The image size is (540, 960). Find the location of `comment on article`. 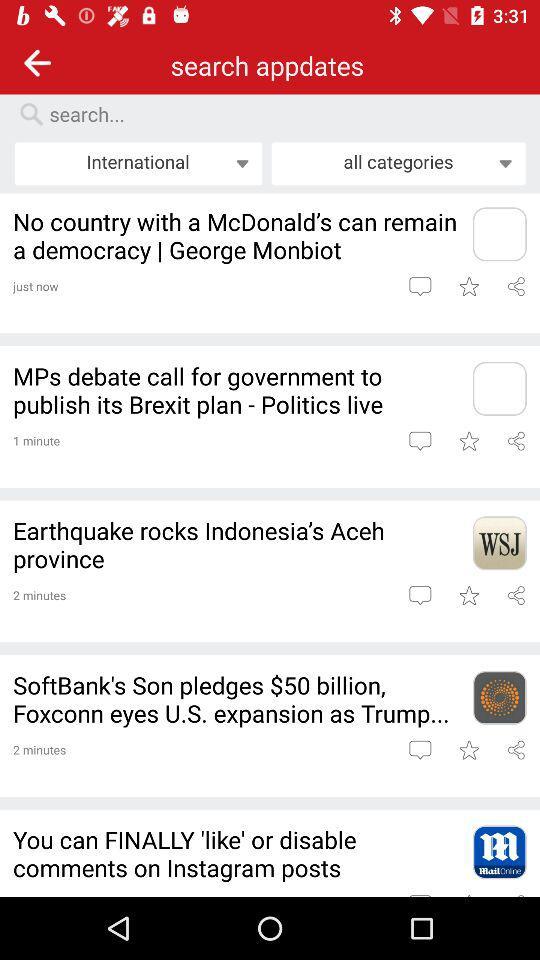

comment on article is located at coordinates (419, 748).